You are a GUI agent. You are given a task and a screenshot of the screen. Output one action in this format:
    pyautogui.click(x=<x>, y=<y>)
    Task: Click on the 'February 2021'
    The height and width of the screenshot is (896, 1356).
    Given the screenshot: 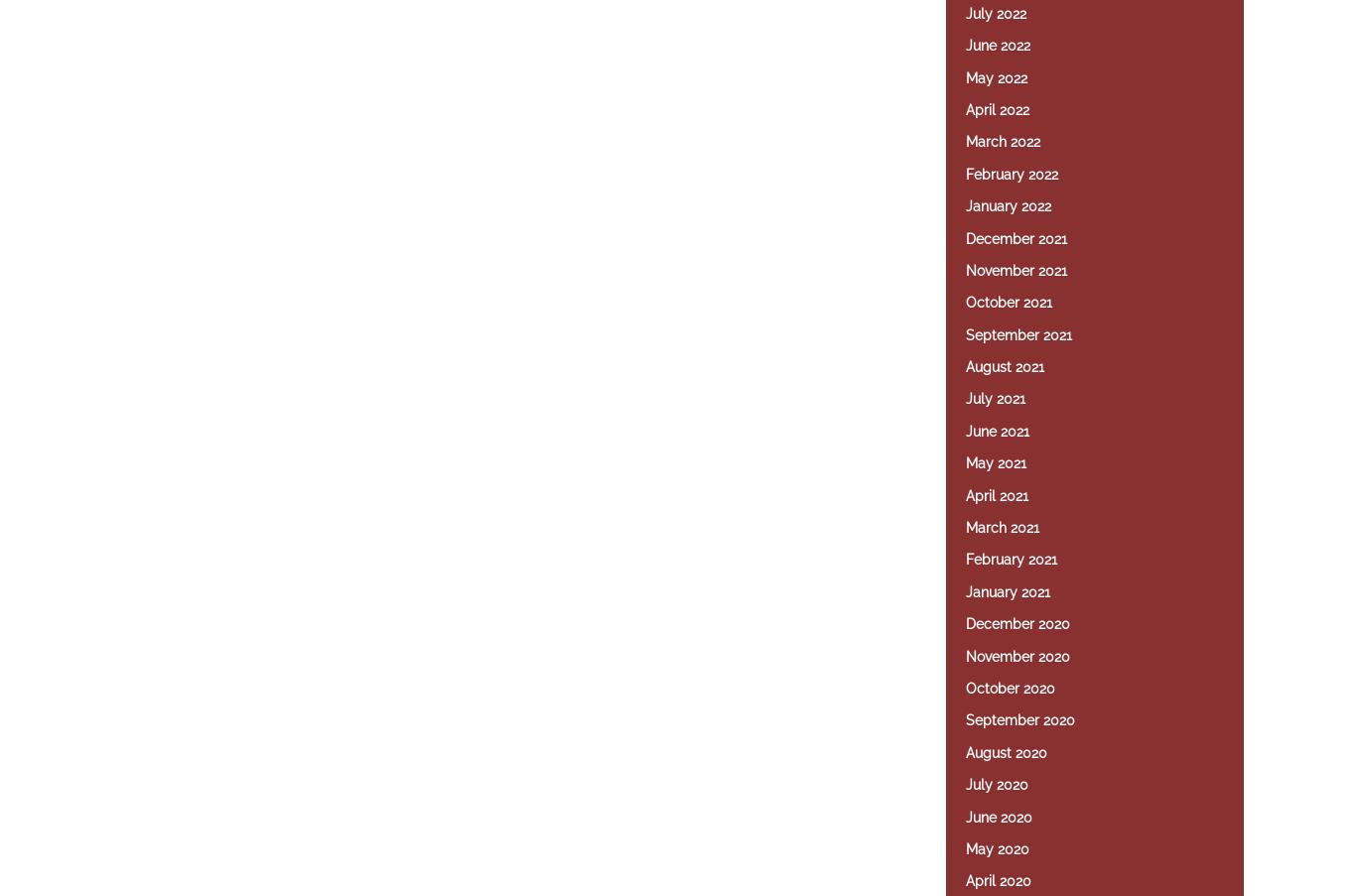 What is the action you would take?
    pyautogui.click(x=1012, y=559)
    